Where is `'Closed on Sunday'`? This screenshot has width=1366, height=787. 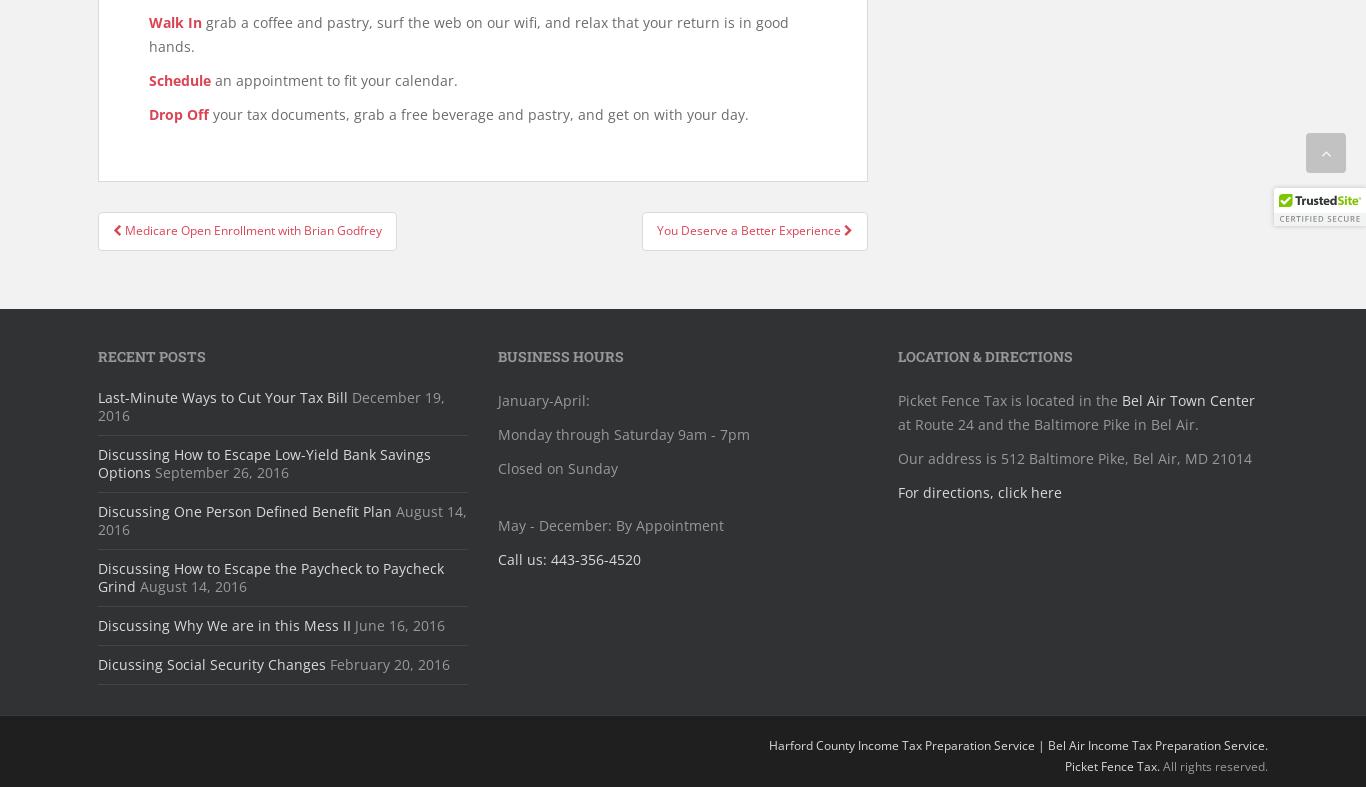
'Closed on Sunday' is located at coordinates (498, 467).